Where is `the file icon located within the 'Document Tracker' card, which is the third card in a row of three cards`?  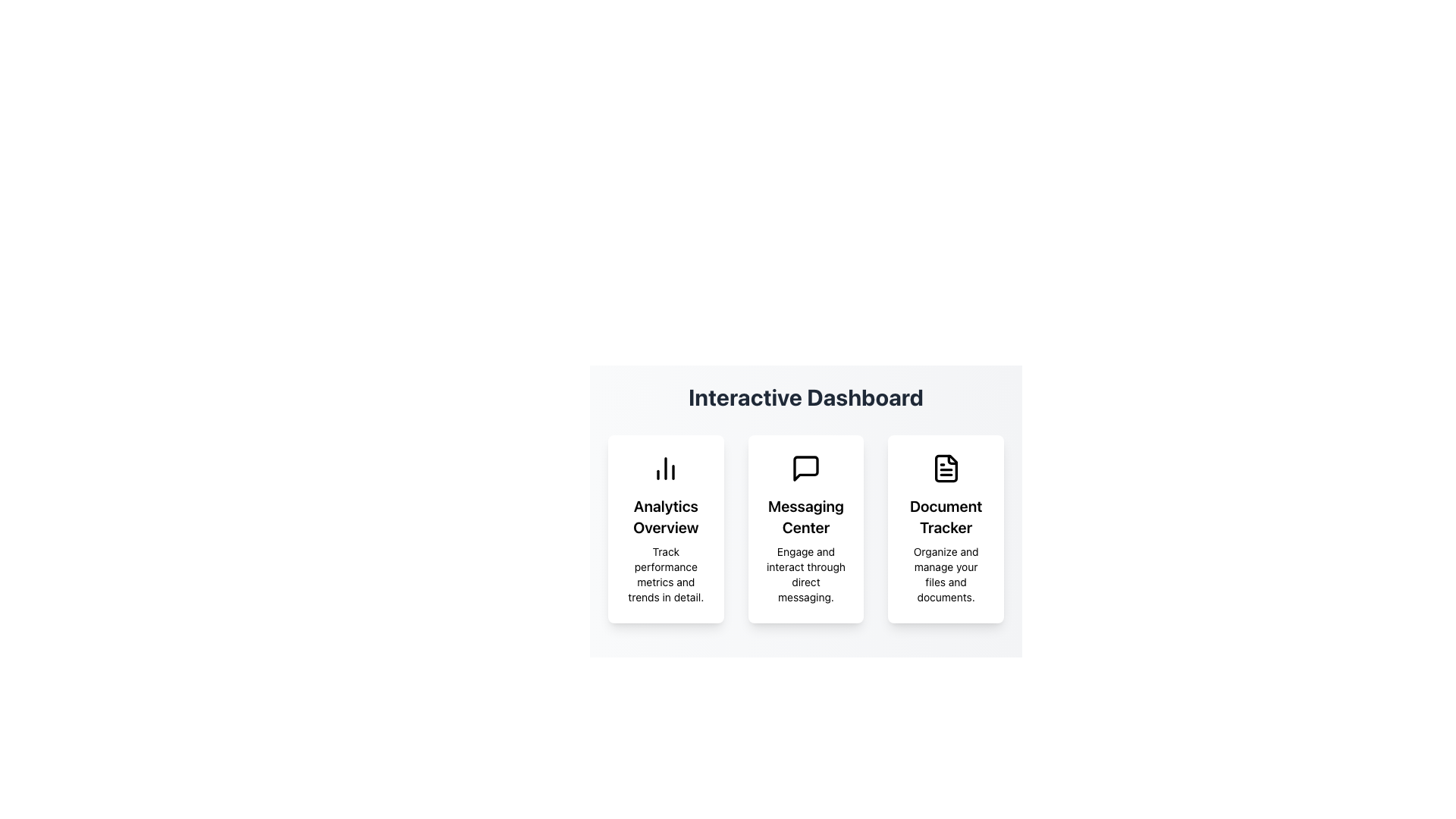 the file icon located within the 'Document Tracker' card, which is the third card in a row of three cards is located at coordinates (945, 467).